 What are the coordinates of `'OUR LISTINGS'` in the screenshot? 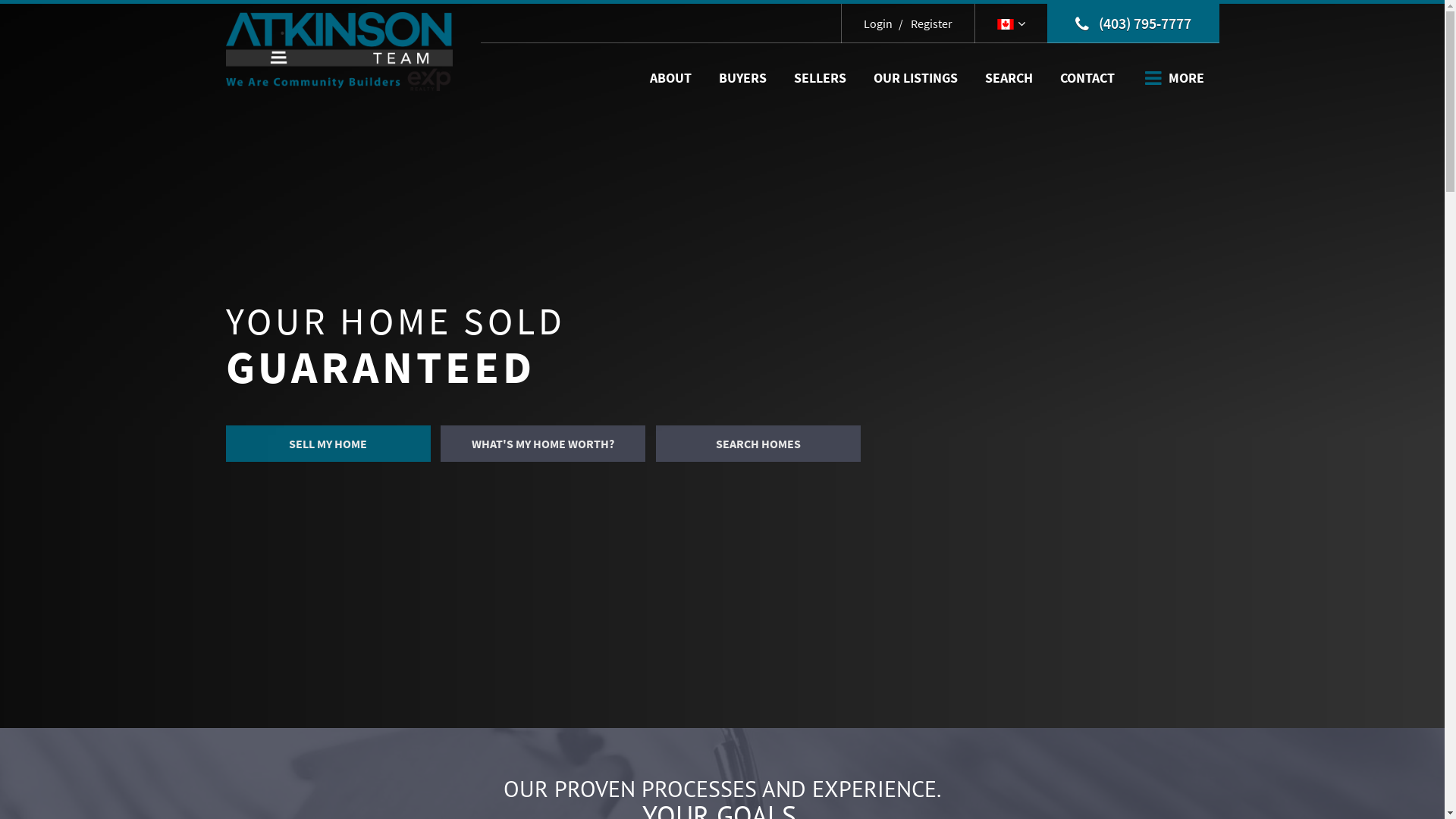 It's located at (858, 78).